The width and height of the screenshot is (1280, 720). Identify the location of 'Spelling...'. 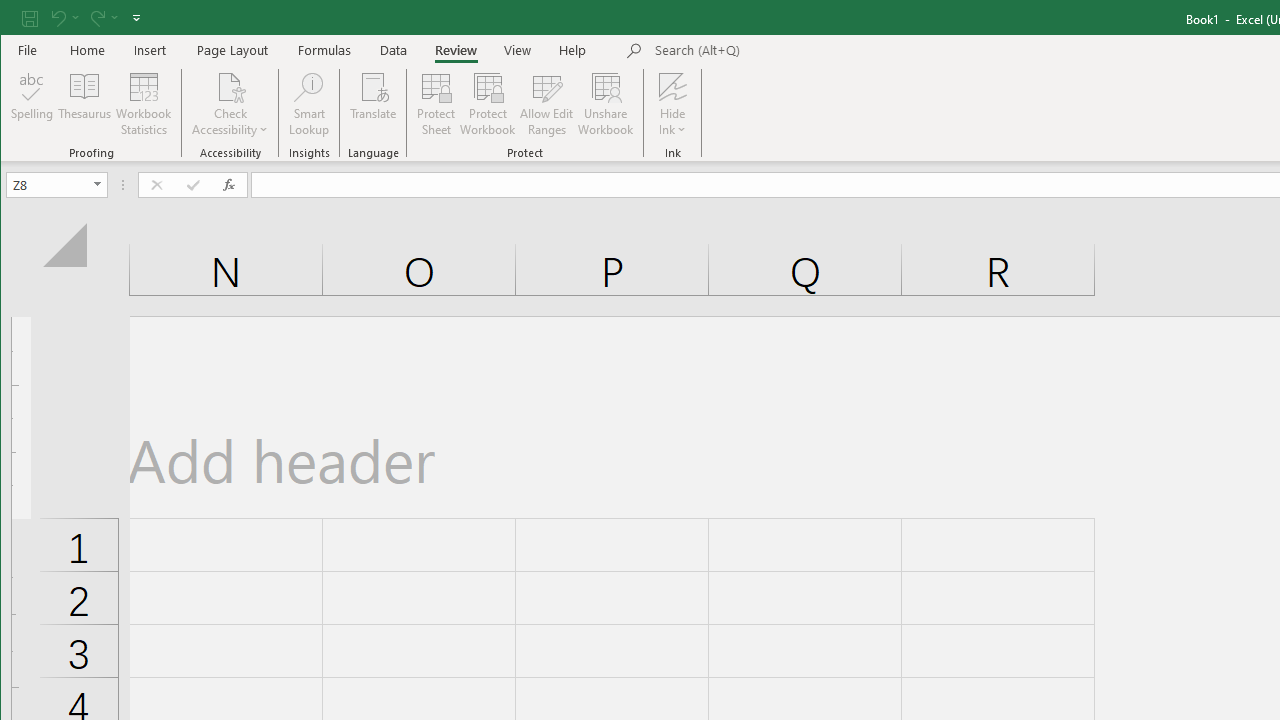
(32, 104).